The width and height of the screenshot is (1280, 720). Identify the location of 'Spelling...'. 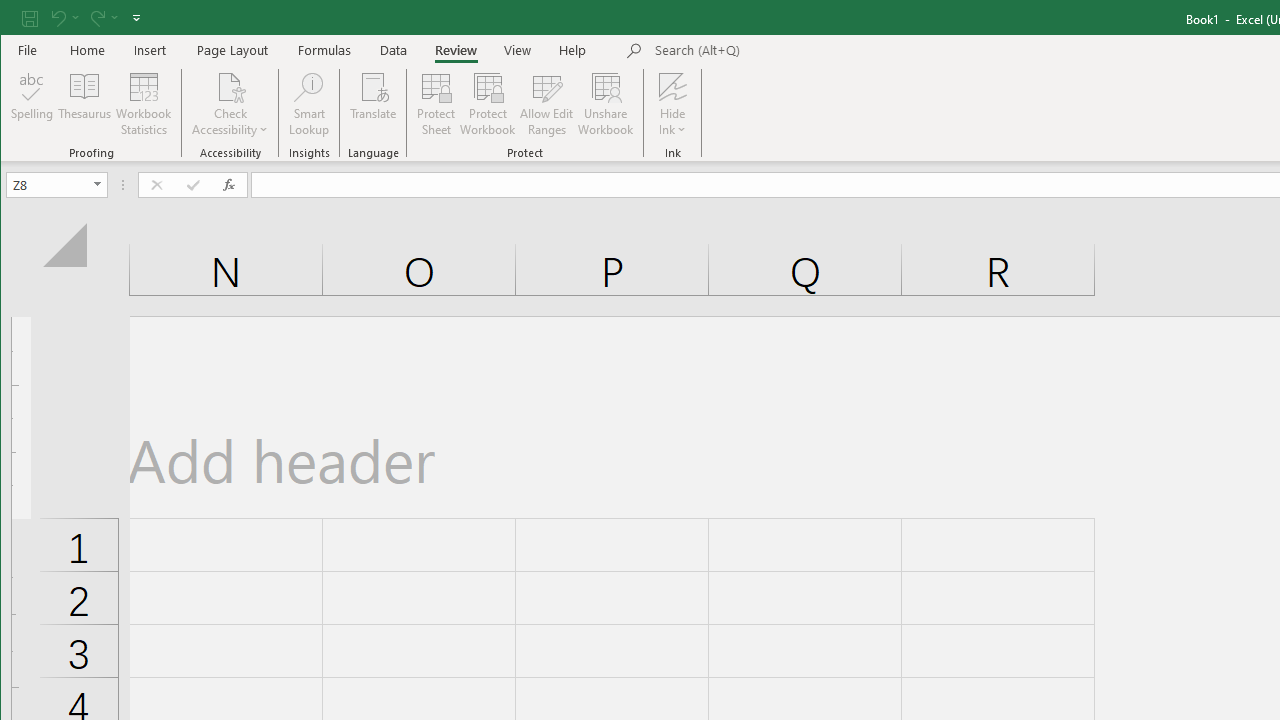
(32, 104).